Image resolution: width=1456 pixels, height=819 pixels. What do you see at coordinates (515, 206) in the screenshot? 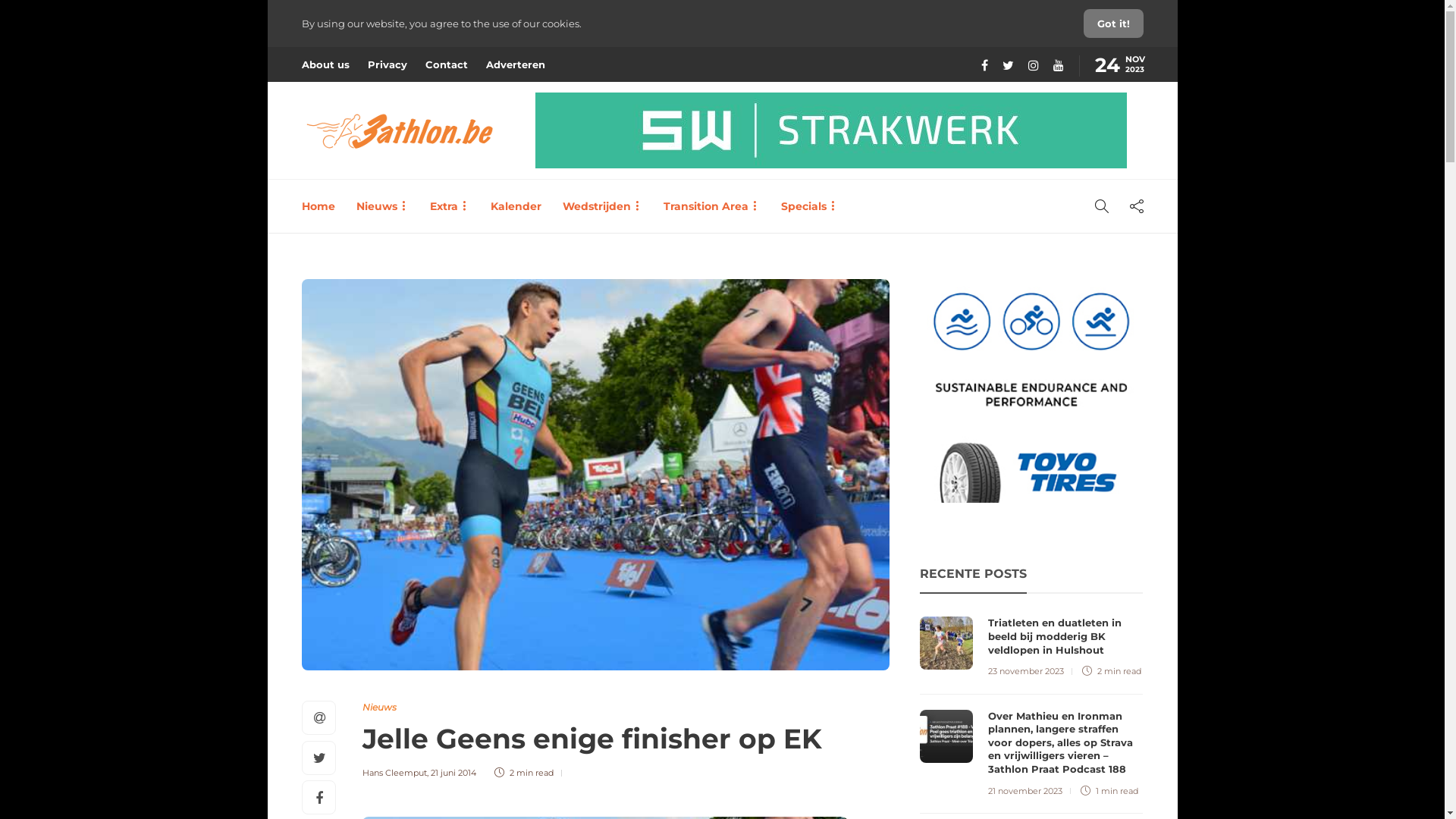
I see `'Kalender'` at bounding box center [515, 206].